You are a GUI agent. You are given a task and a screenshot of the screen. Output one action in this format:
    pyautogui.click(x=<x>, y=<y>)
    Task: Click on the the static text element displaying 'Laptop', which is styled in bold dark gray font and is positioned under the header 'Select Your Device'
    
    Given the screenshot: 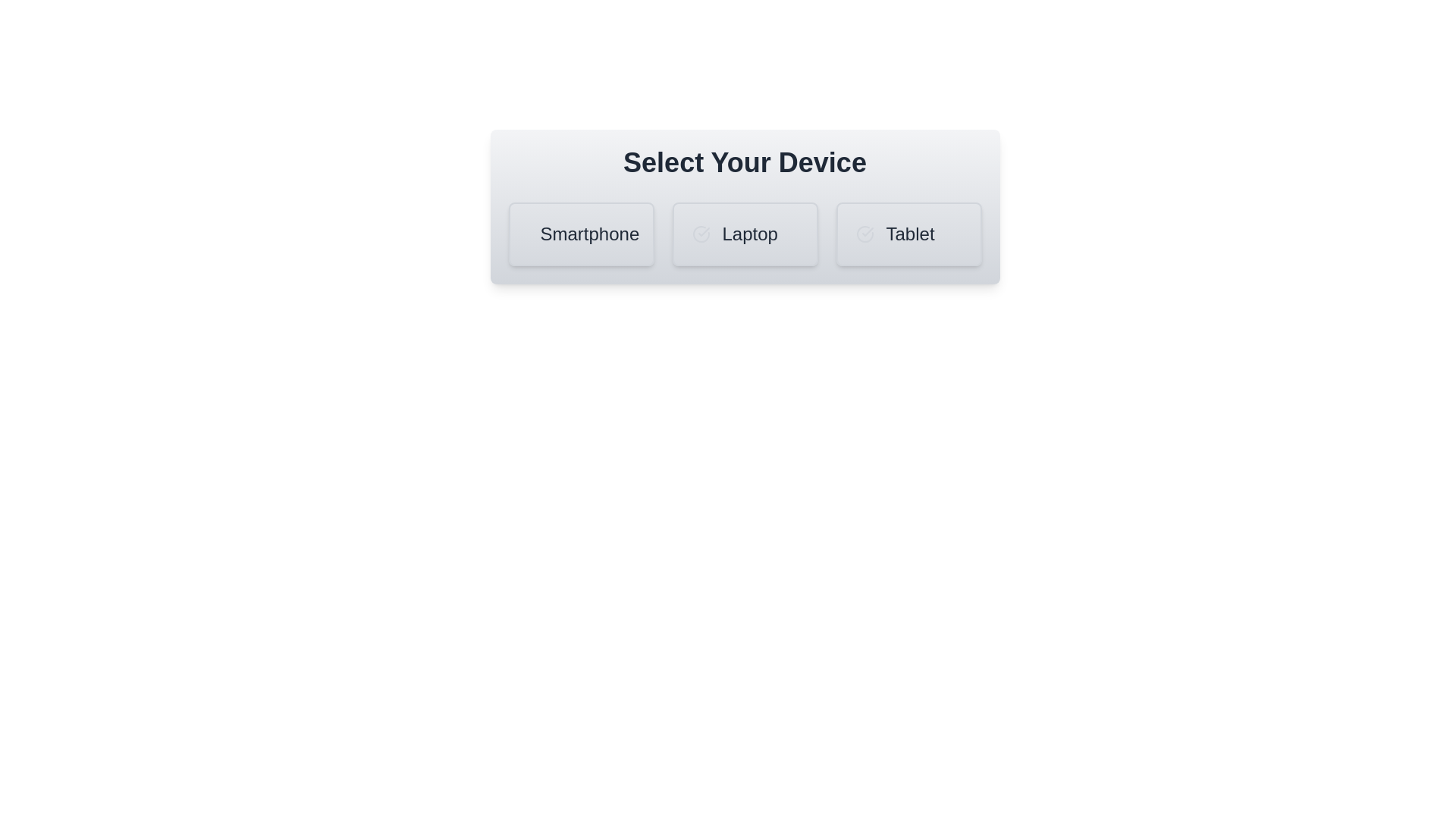 What is the action you would take?
    pyautogui.click(x=750, y=234)
    